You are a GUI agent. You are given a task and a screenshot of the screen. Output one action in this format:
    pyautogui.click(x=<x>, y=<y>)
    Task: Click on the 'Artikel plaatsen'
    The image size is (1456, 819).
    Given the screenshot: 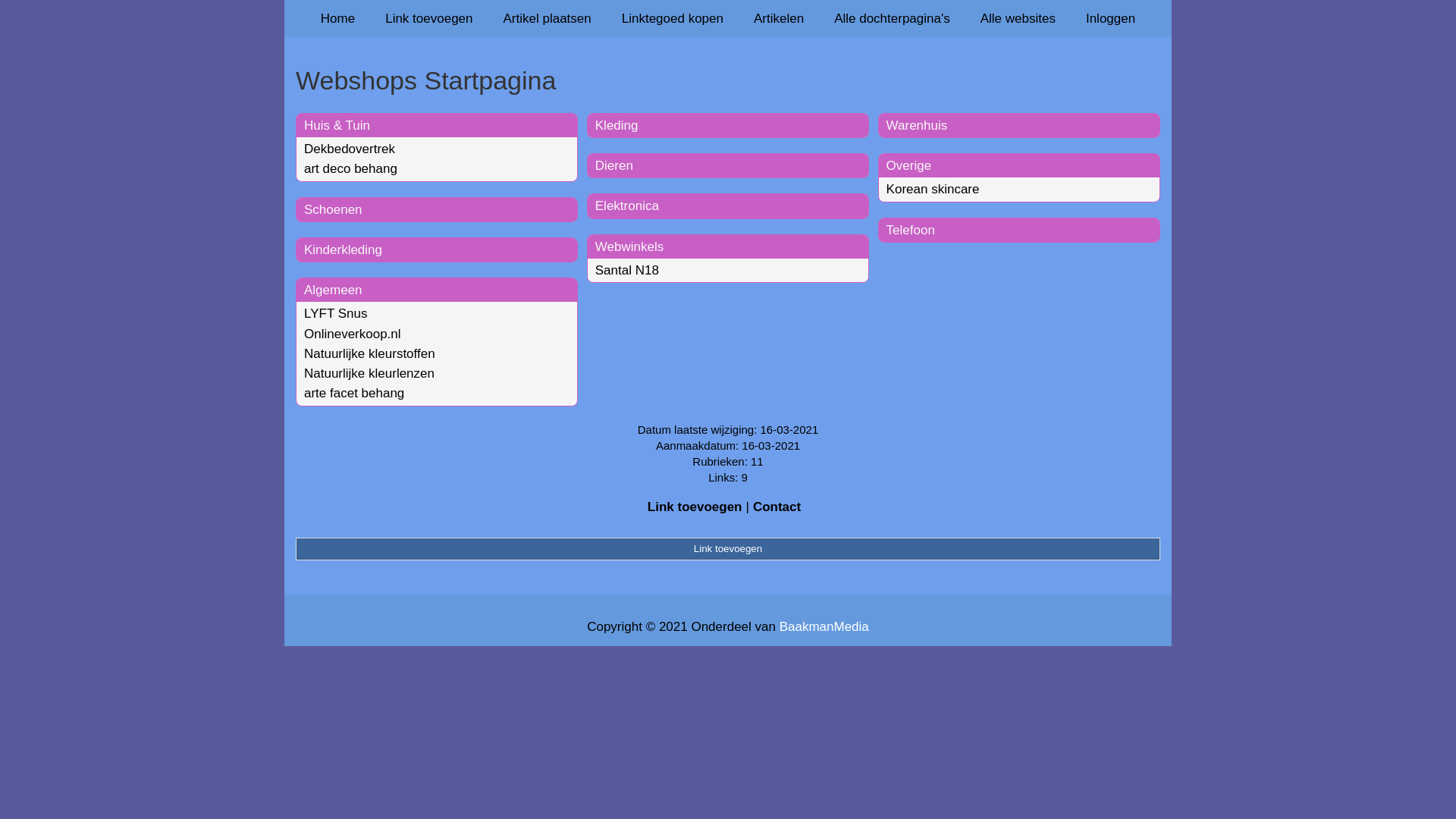 What is the action you would take?
    pyautogui.click(x=546, y=18)
    